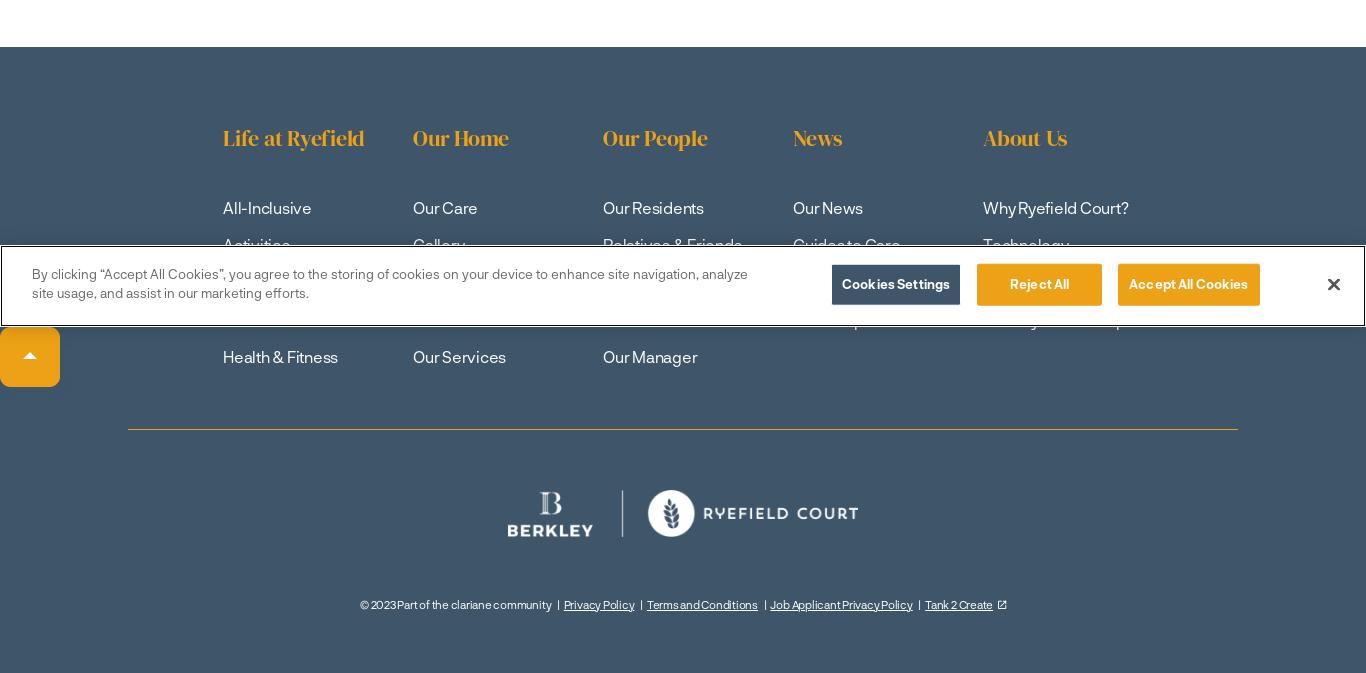  Describe the element at coordinates (444, 205) in the screenshot. I see `'Our Care'` at that location.